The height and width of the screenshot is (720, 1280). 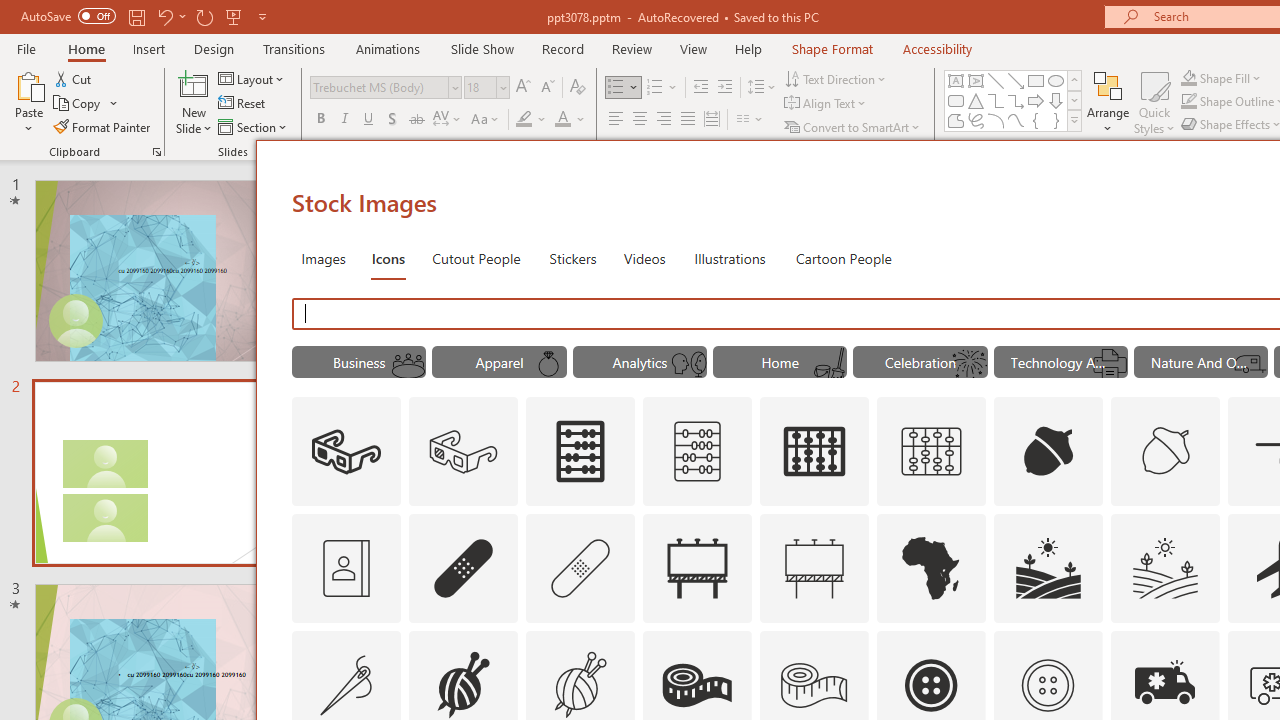 What do you see at coordinates (815, 568) in the screenshot?
I see `'AutomationID: Icons_Advertising_M'` at bounding box center [815, 568].